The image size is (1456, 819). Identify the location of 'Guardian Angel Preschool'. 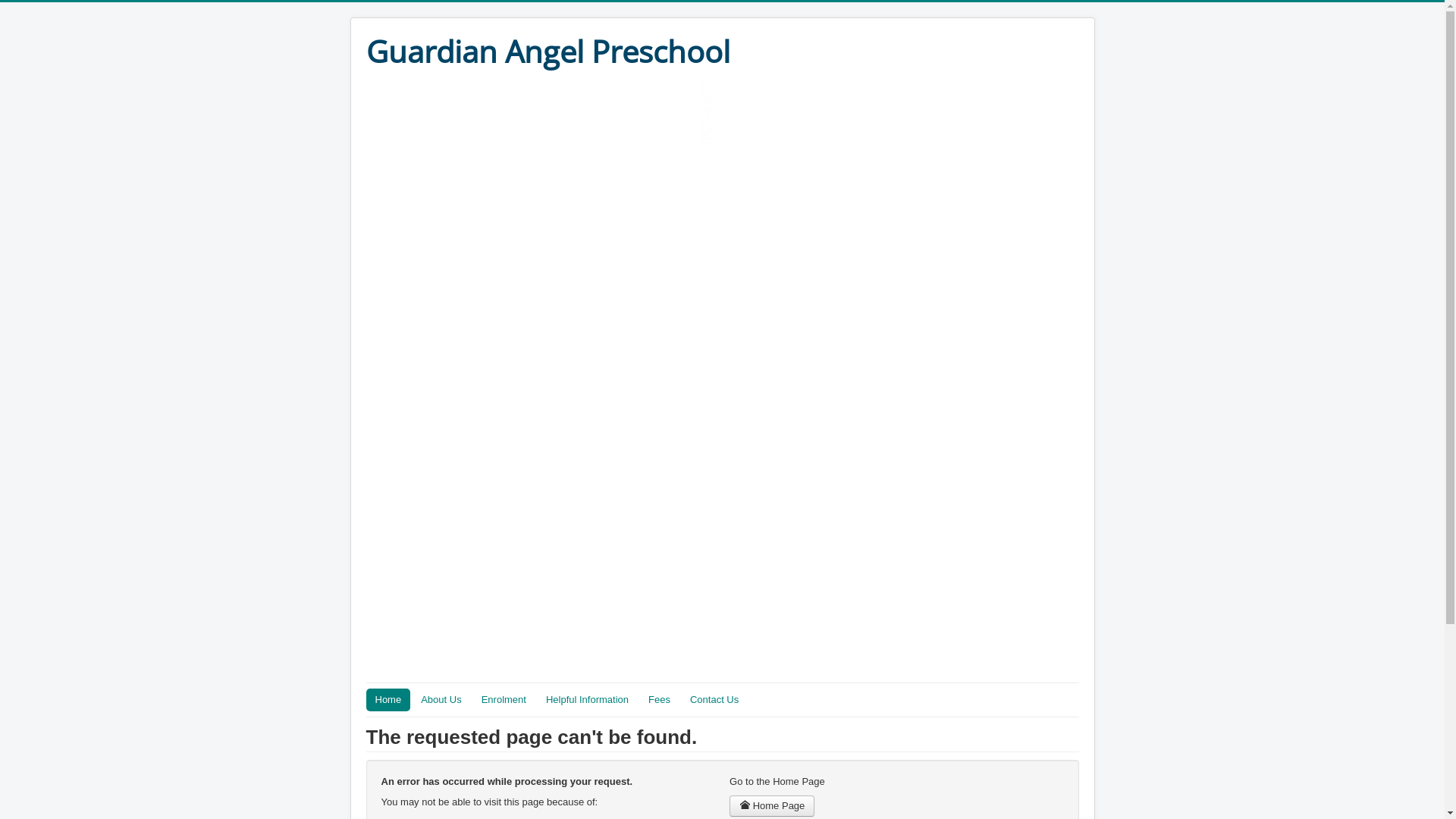
(546, 51).